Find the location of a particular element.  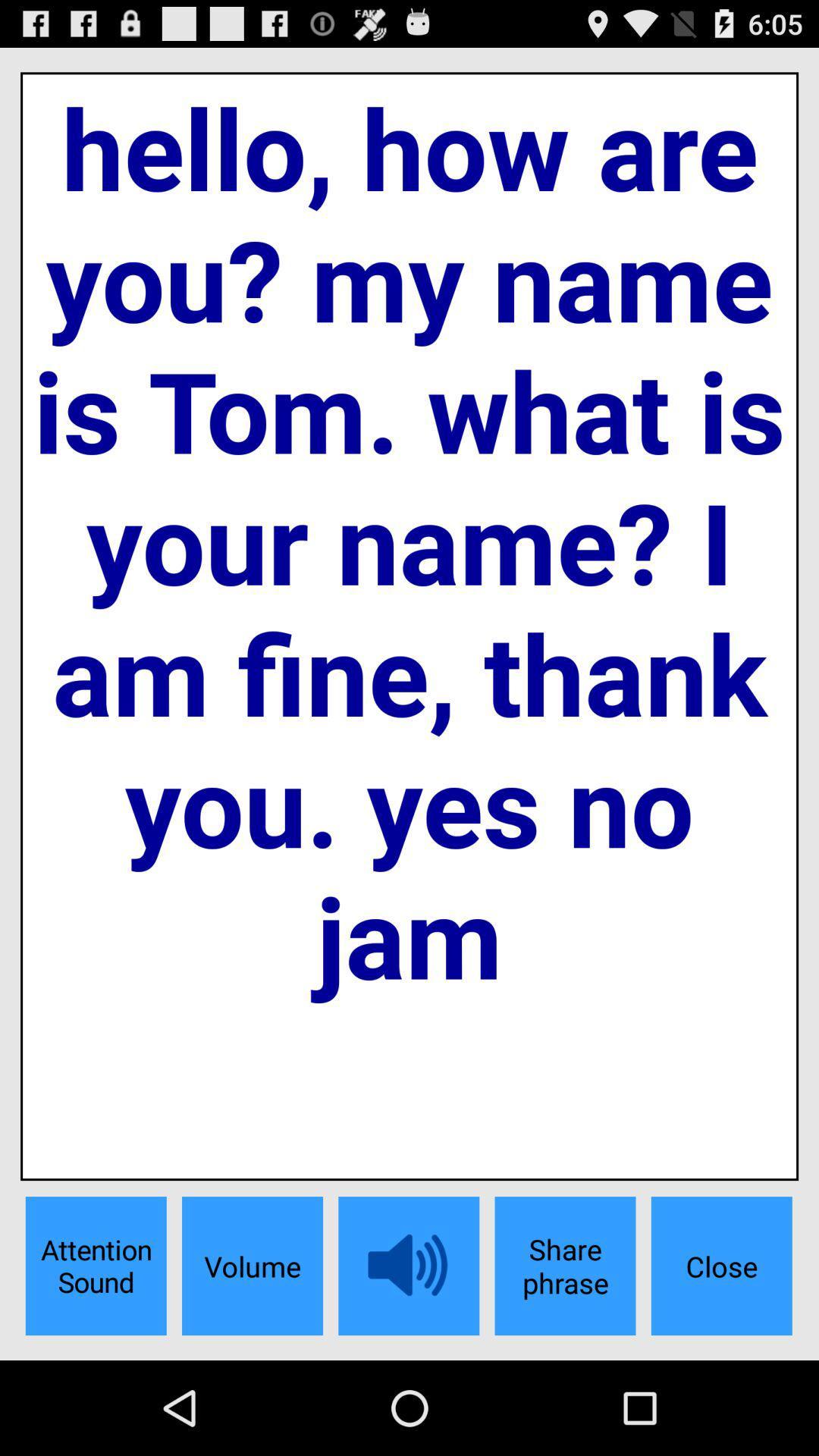

item below hello how are is located at coordinates (96, 1266).